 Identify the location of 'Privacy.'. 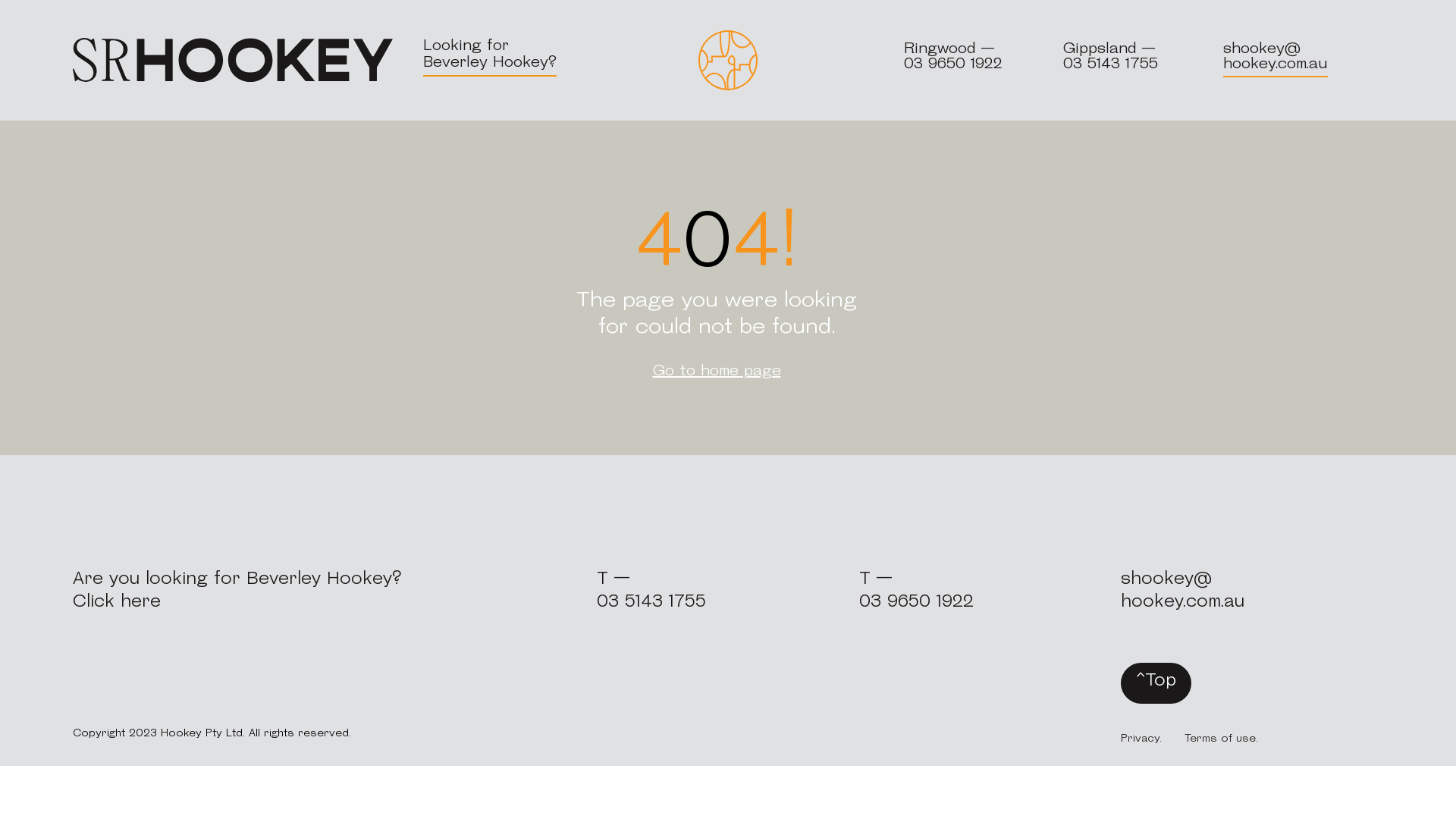
(1141, 738).